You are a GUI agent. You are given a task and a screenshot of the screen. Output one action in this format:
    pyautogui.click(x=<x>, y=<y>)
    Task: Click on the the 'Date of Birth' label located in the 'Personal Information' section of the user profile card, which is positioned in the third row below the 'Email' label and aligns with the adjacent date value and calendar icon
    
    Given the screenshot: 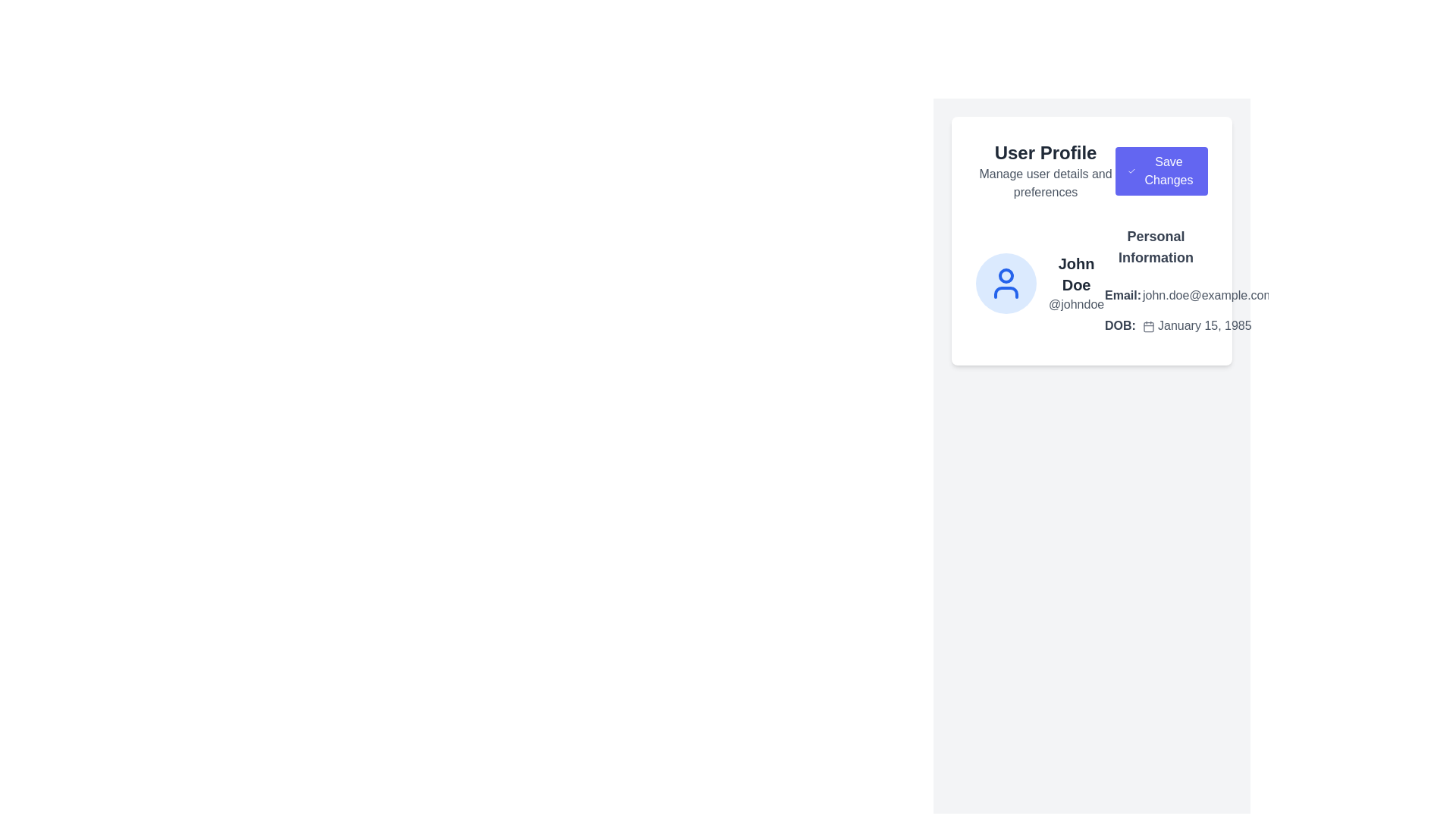 What is the action you would take?
    pyautogui.click(x=1123, y=325)
    